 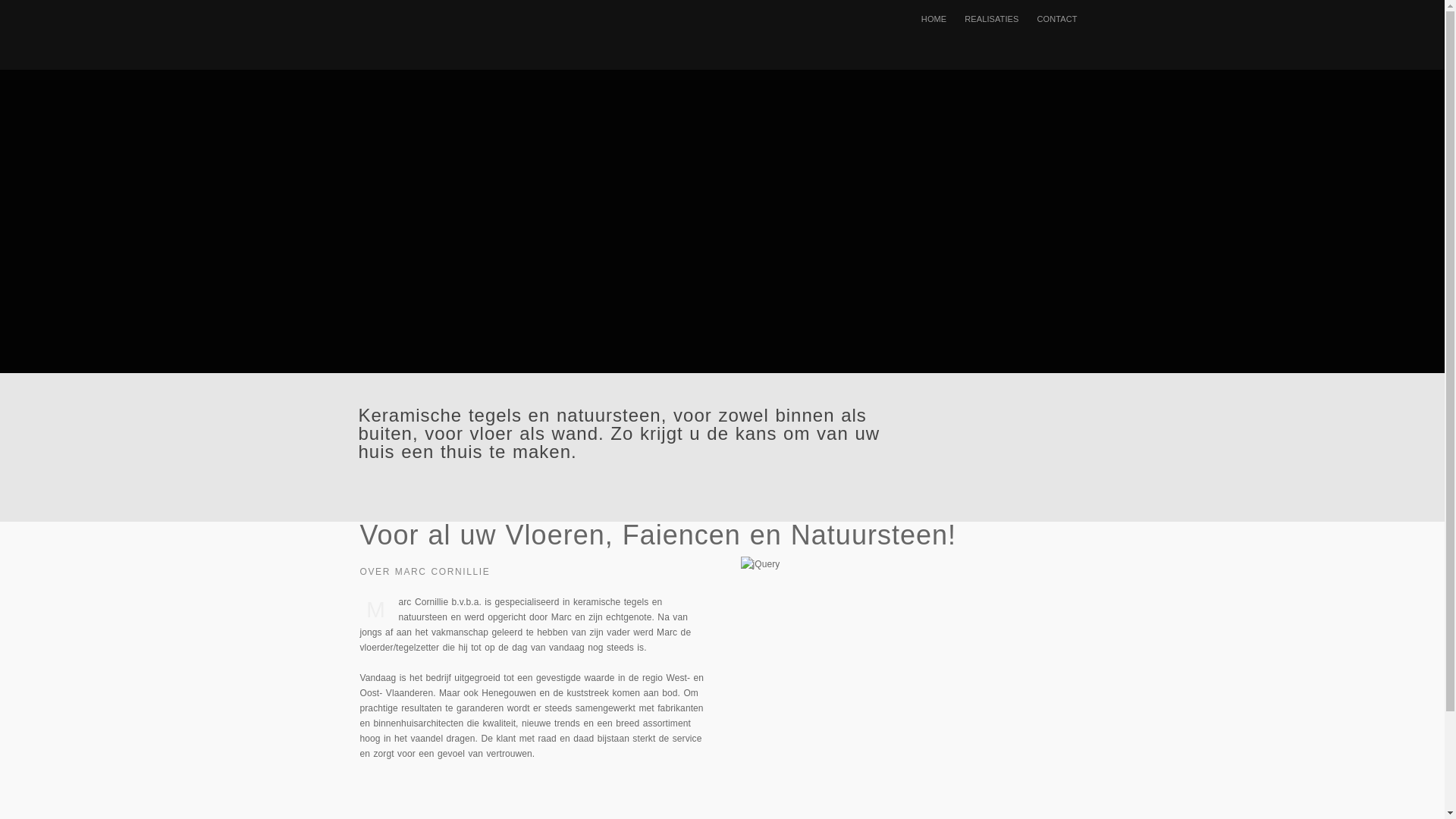 What do you see at coordinates (991, 18) in the screenshot?
I see `'REALISATIES'` at bounding box center [991, 18].